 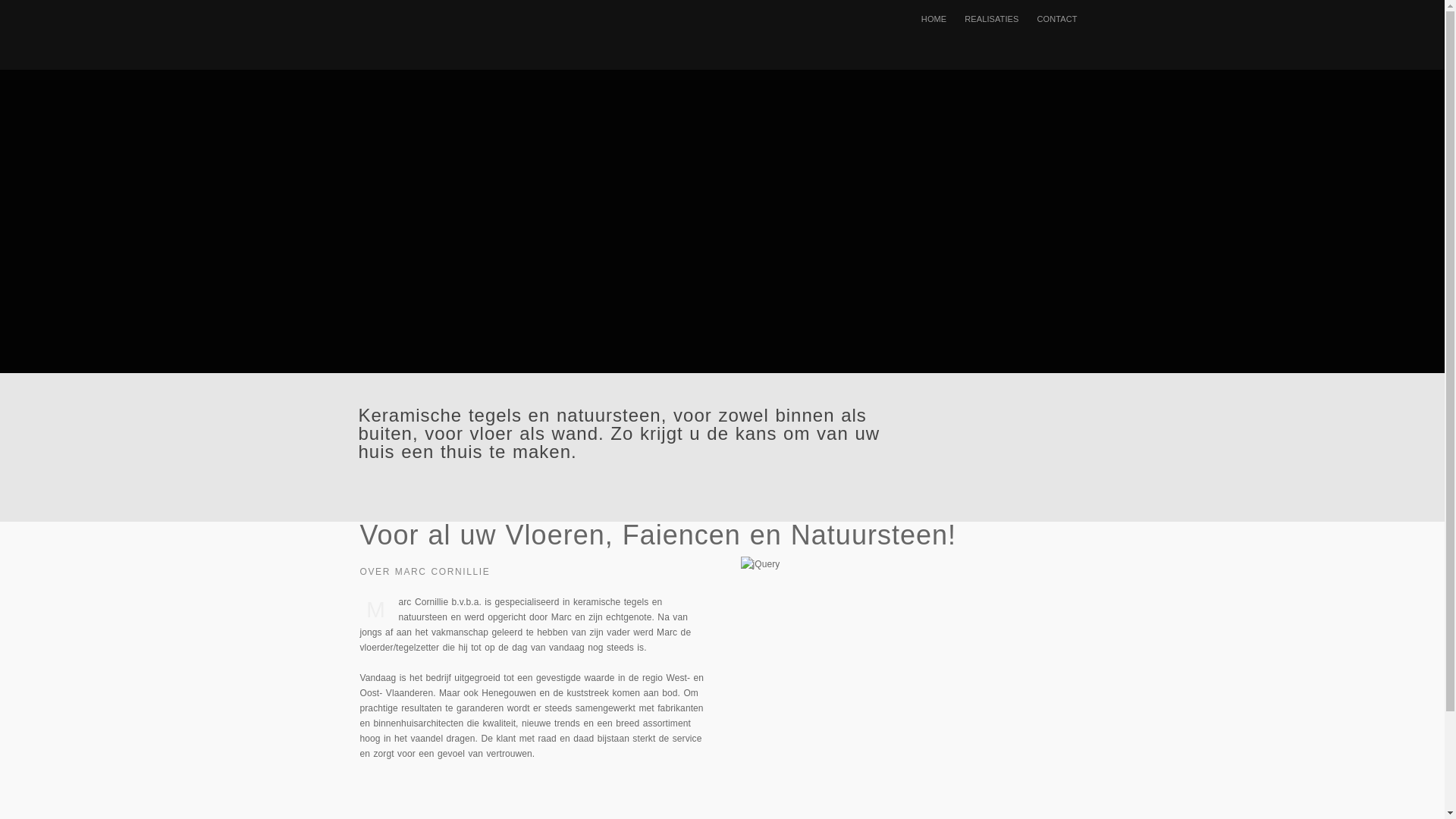 What do you see at coordinates (991, 18) in the screenshot?
I see `'REALISATIES'` at bounding box center [991, 18].